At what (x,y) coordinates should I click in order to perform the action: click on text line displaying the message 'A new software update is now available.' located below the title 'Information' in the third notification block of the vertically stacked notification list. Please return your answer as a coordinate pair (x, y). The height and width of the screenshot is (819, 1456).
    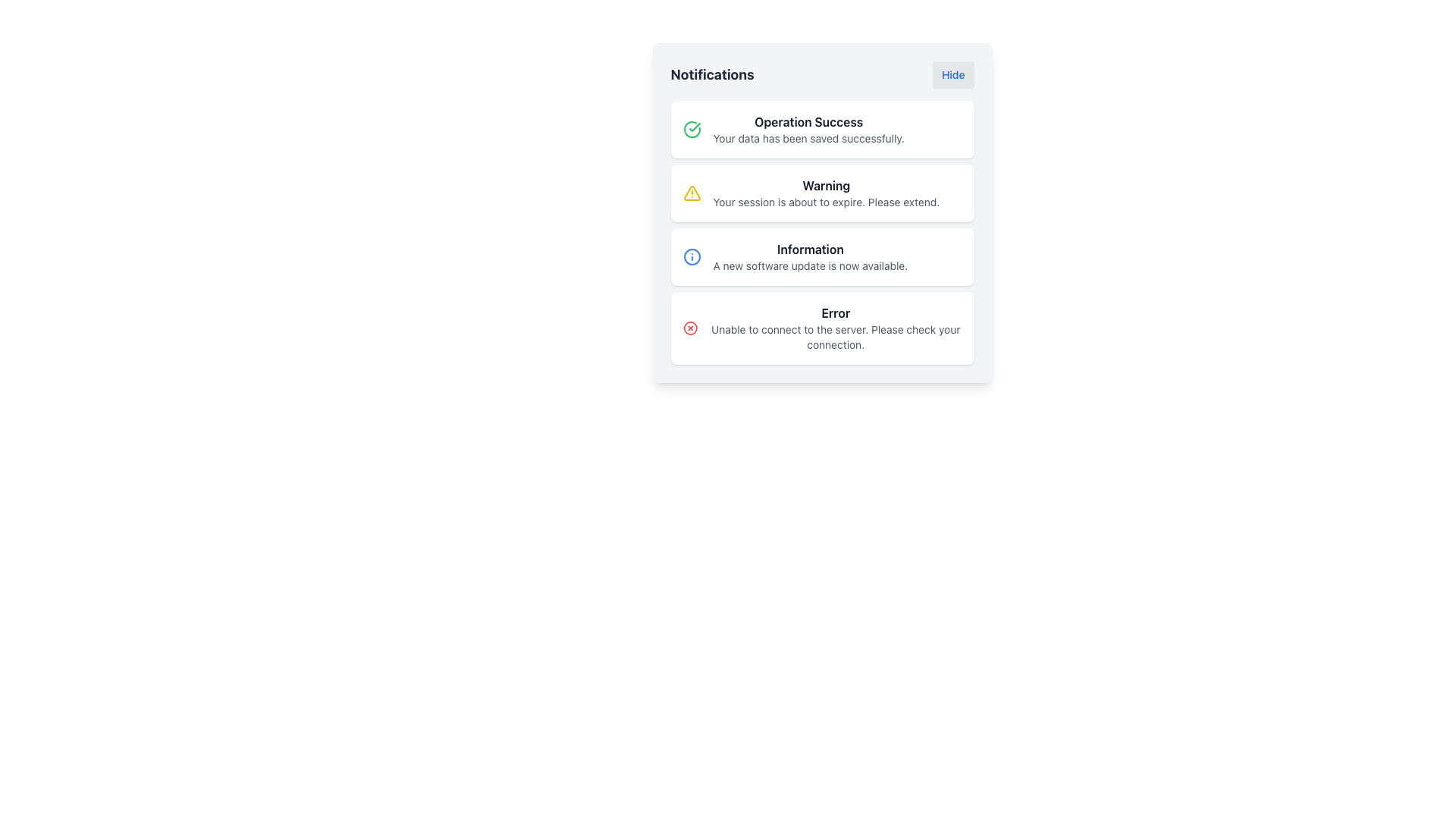
    Looking at the image, I should click on (809, 265).